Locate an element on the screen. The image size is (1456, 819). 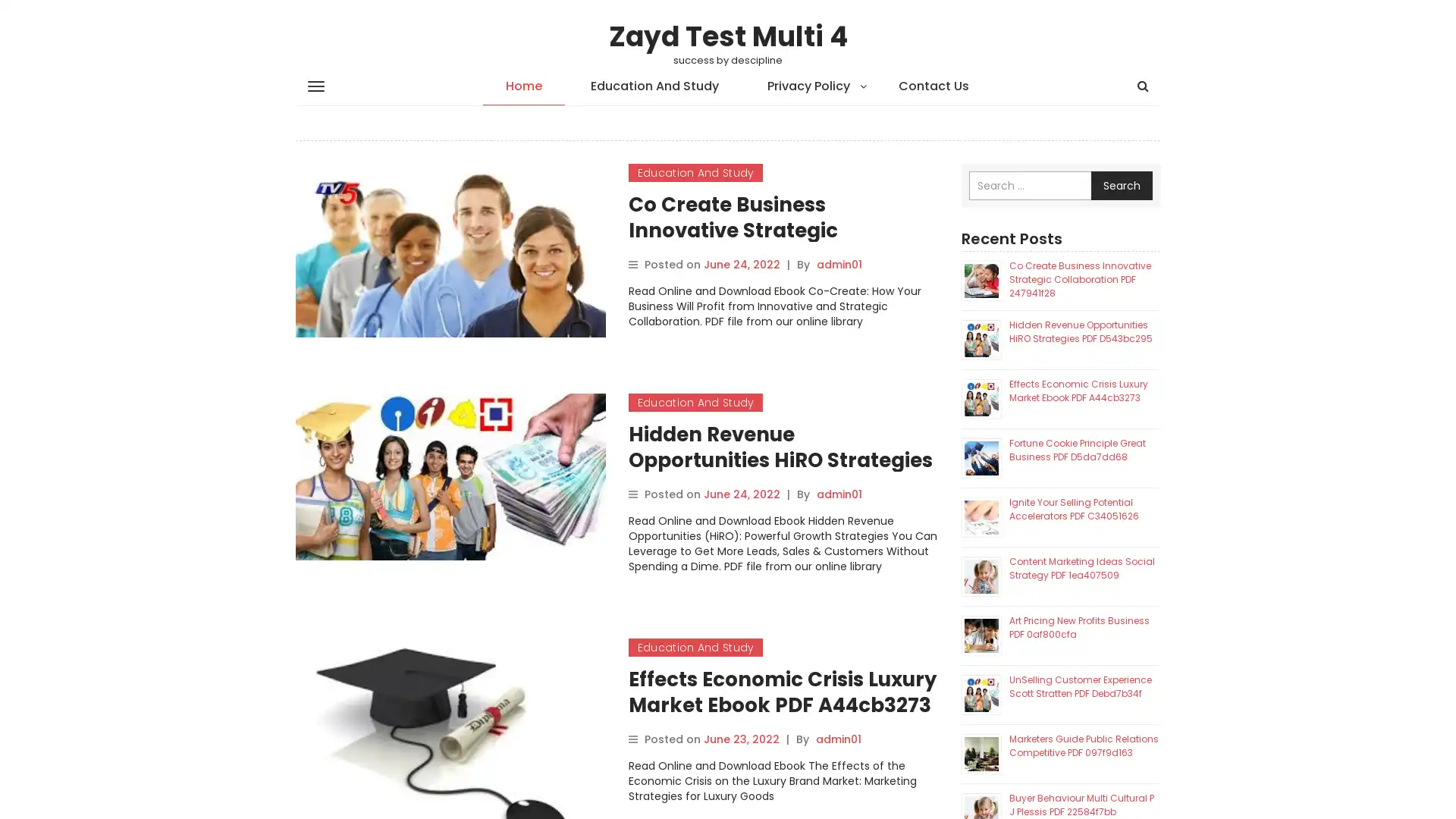
Search is located at coordinates (1122, 185).